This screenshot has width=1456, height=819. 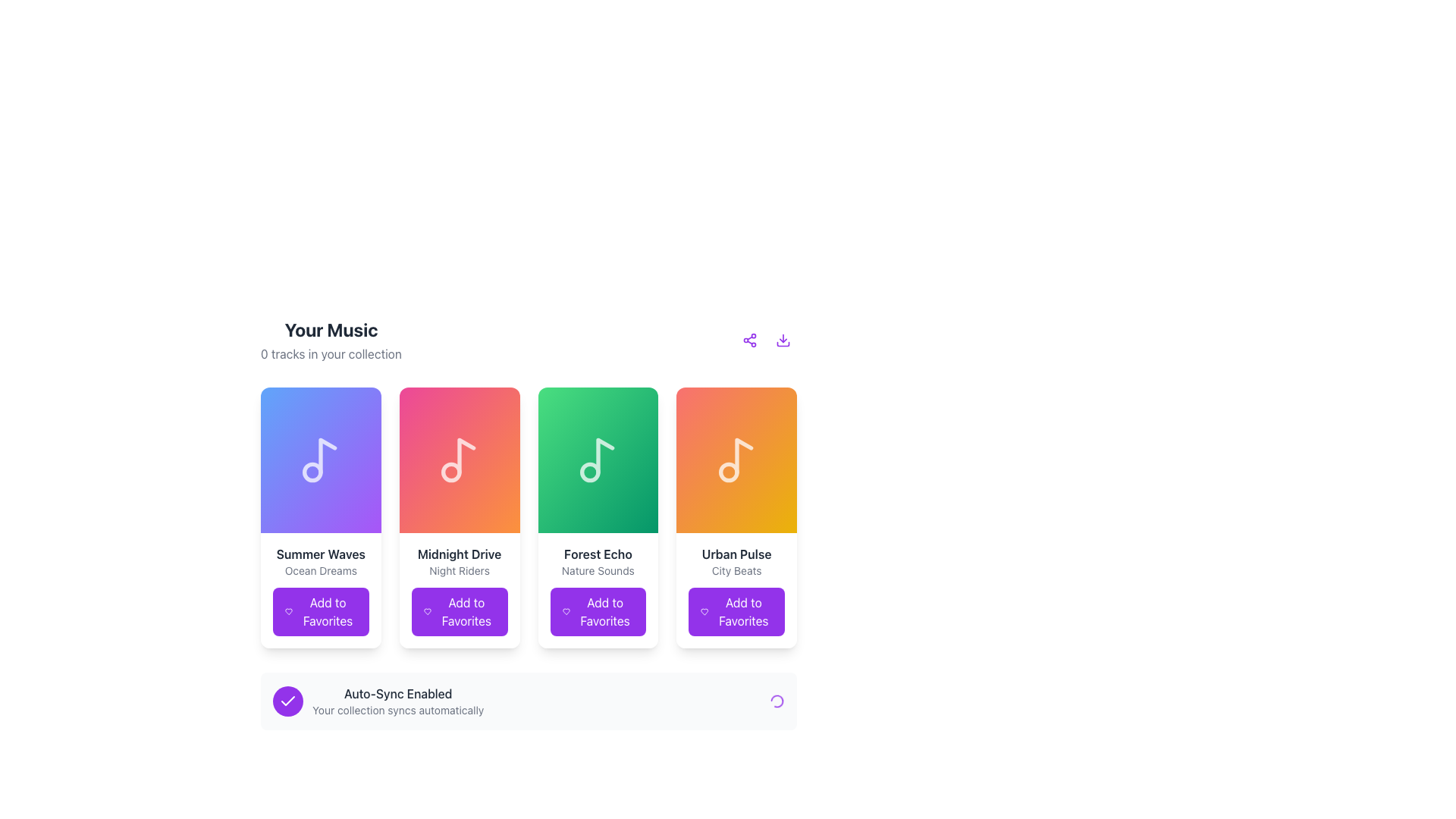 I want to click on the text label representing the title of a music track or category, which is located in the third card from the left, above the 'Nature Sounds' subtitle and 'Add to Favorites' button, so click(x=597, y=554).